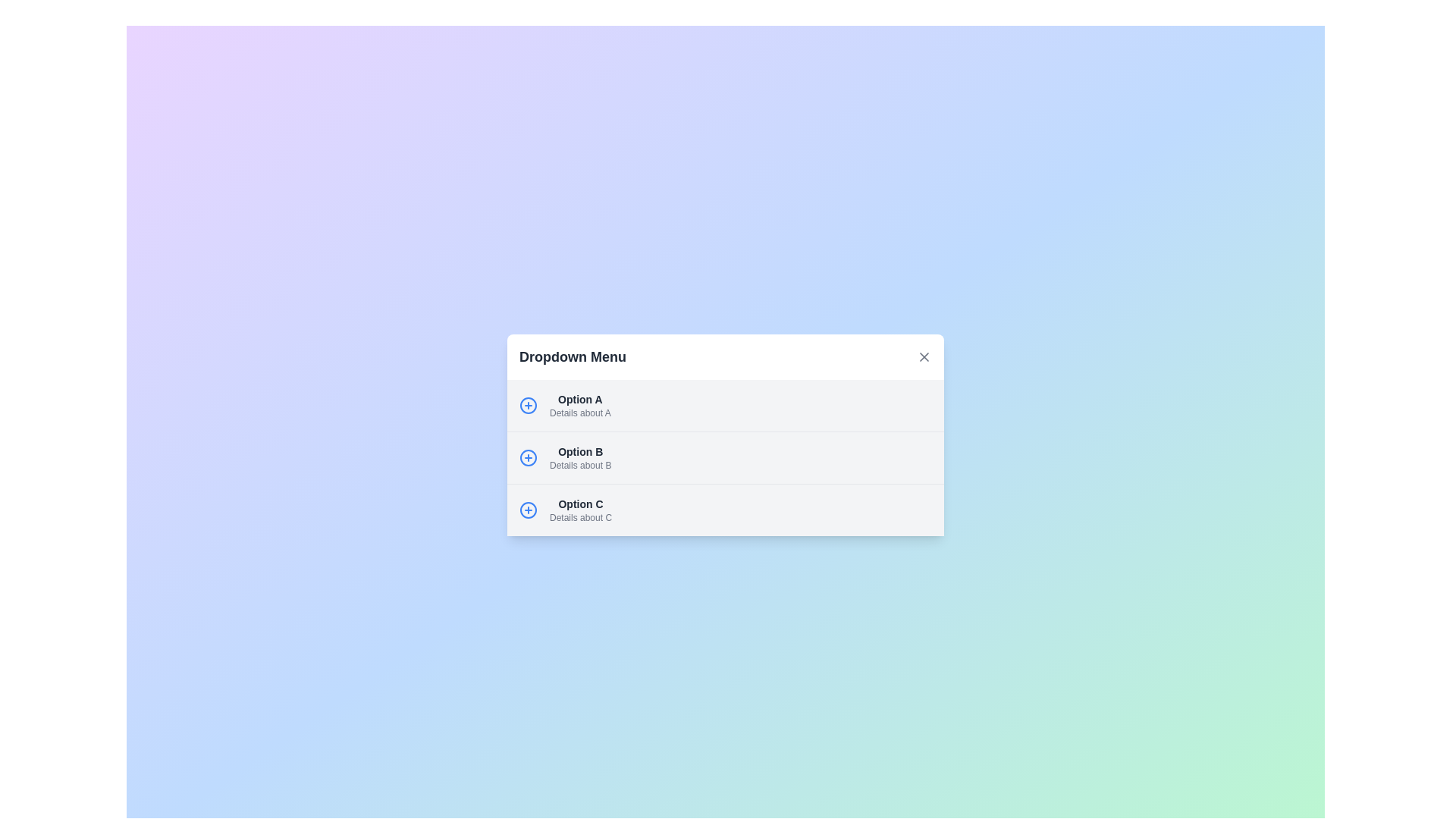 The height and width of the screenshot is (819, 1456). I want to click on the text label displaying 'Details about C', which is styled in light gray and located below 'Option C' within the dropdown menu interface, so click(580, 516).